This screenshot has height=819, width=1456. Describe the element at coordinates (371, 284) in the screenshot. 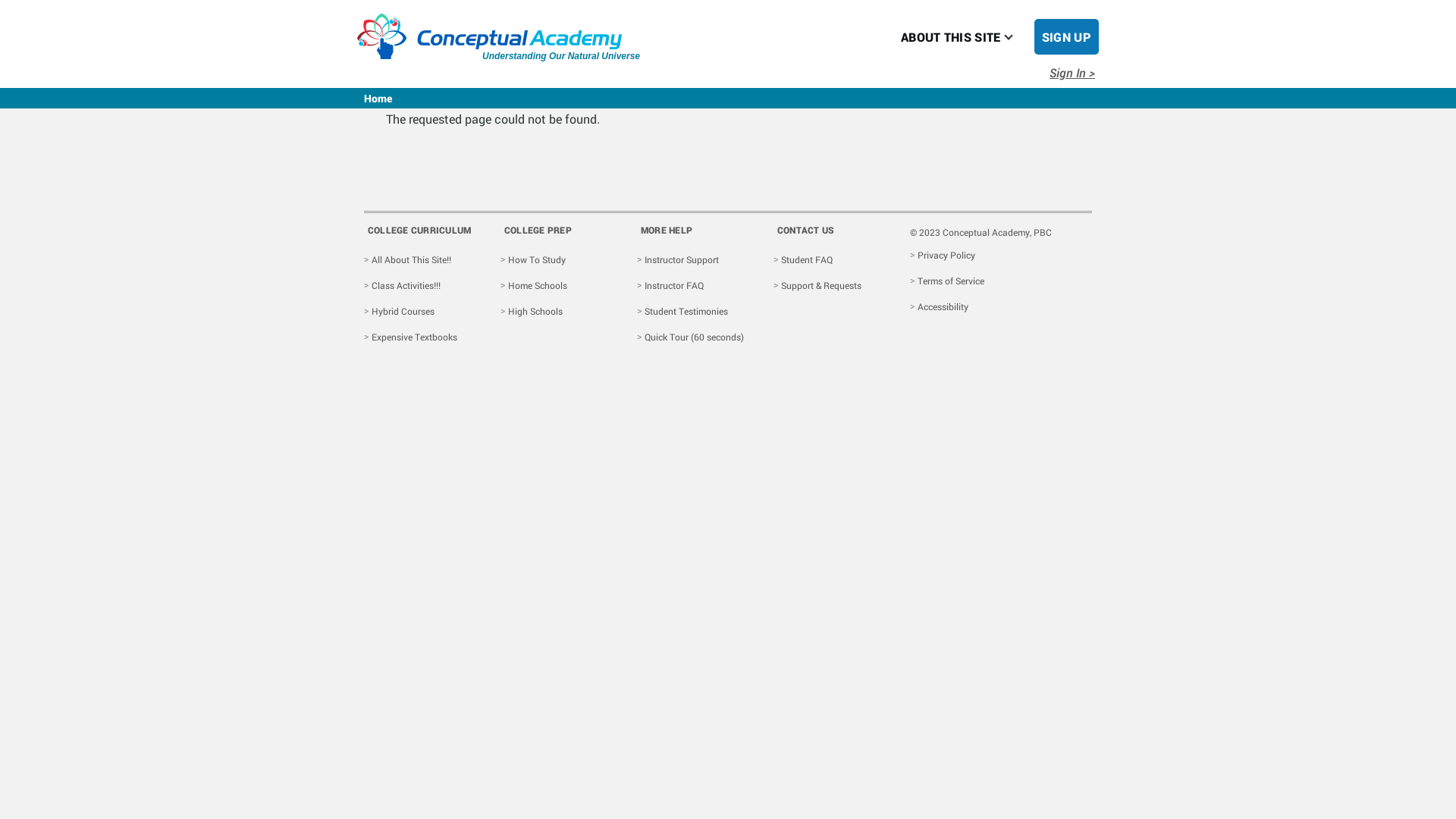

I see `'Class Activities!!!'` at that location.